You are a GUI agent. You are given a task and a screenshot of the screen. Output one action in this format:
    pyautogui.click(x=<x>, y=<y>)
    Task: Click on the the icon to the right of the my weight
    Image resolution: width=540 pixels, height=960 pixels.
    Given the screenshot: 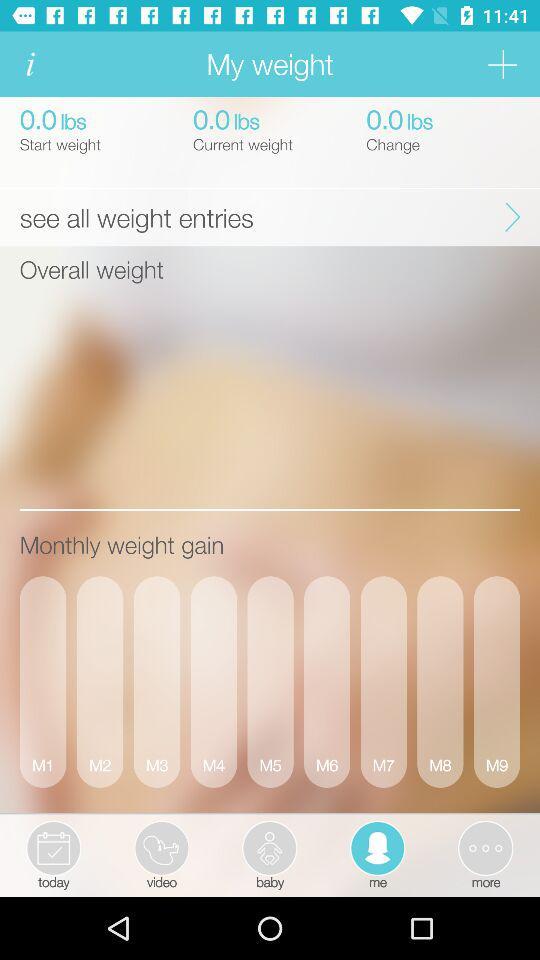 What is the action you would take?
    pyautogui.click(x=501, y=64)
    